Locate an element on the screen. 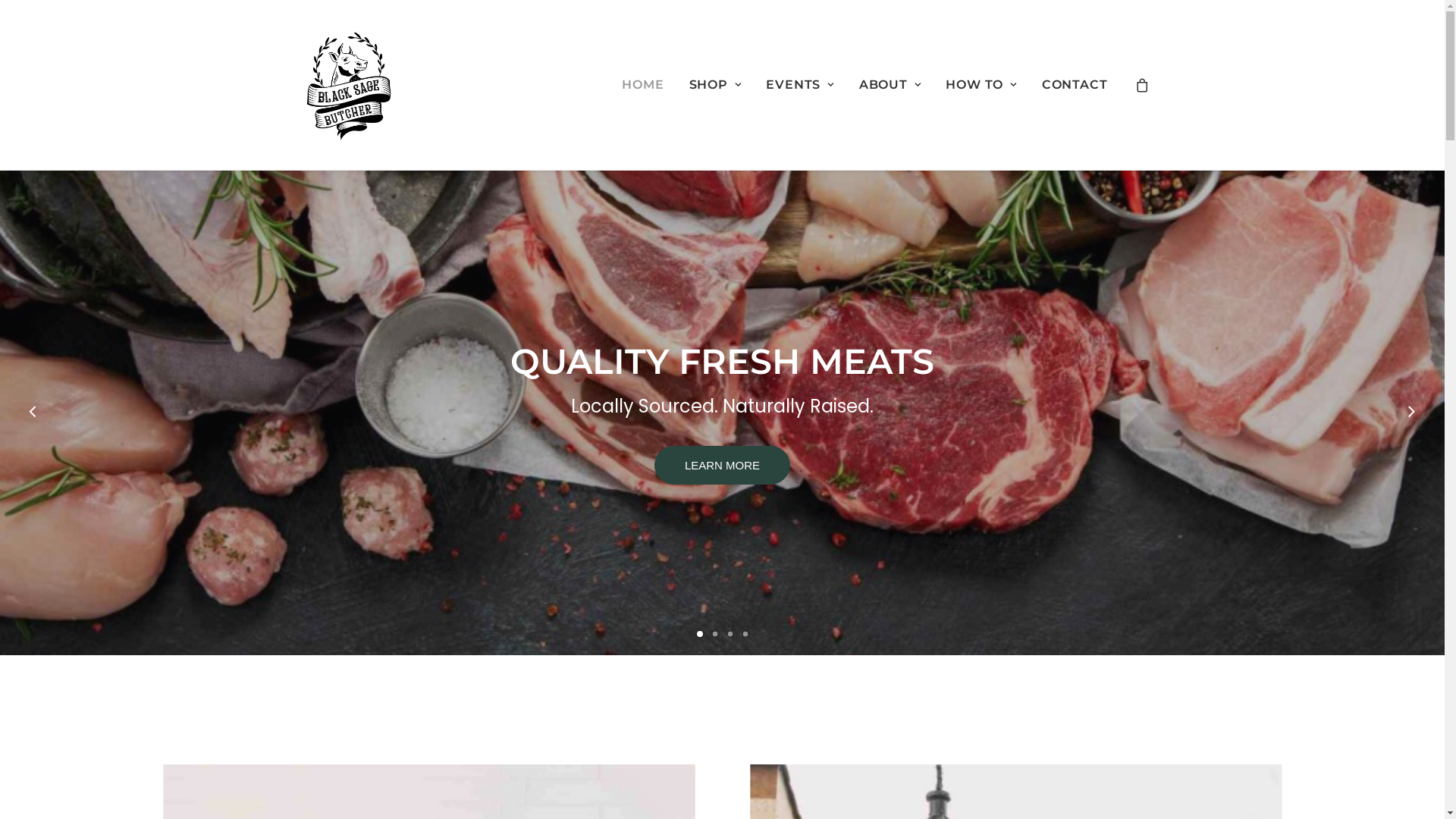 The height and width of the screenshot is (819, 1456). 'ABOUT' is located at coordinates (890, 84).